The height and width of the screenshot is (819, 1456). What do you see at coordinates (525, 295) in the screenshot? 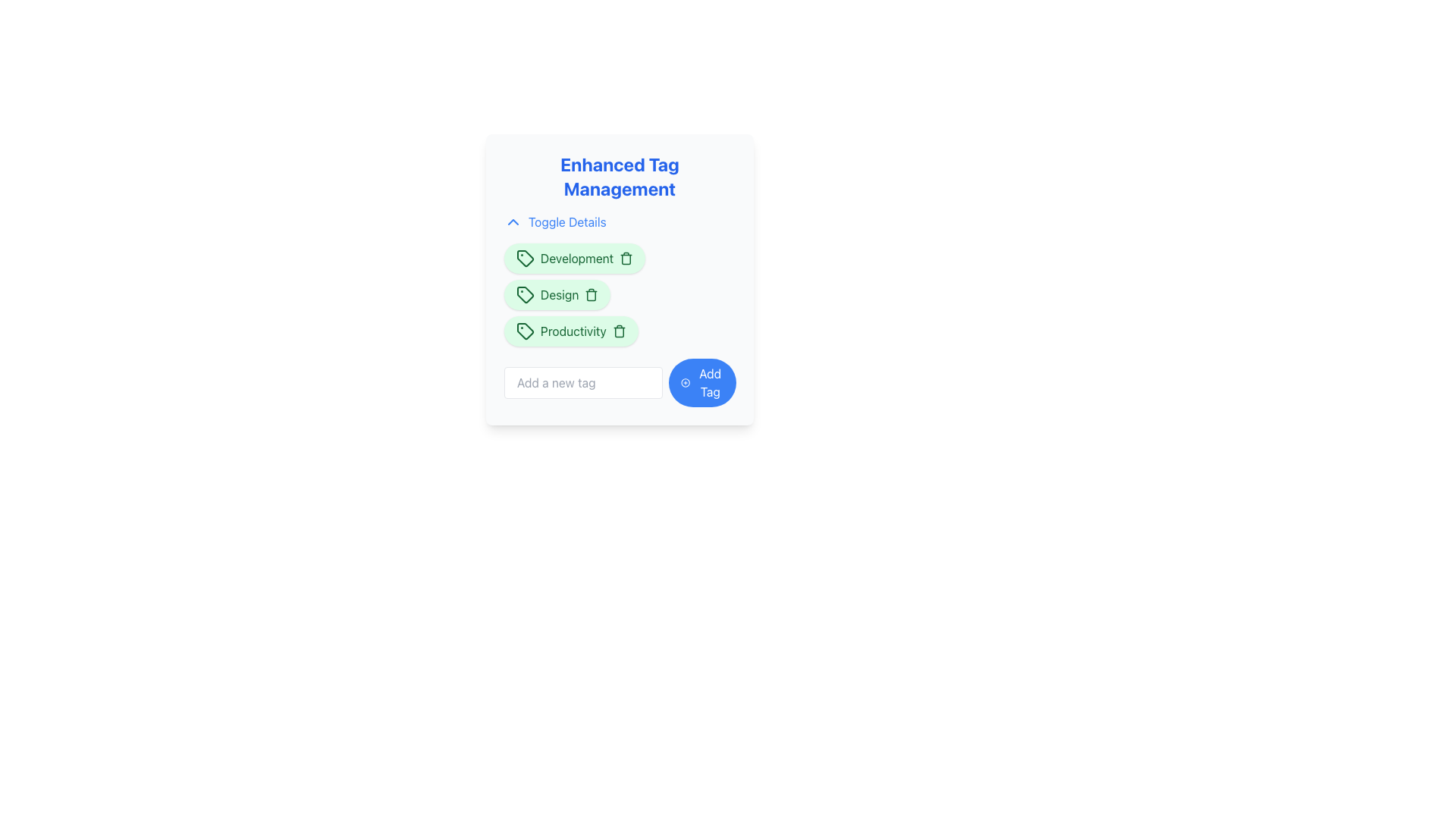
I see `tag icon representing 'Design' located in the Enhanced Tag Management section, which is the first element in a horizontal arrangement` at bounding box center [525, 295].